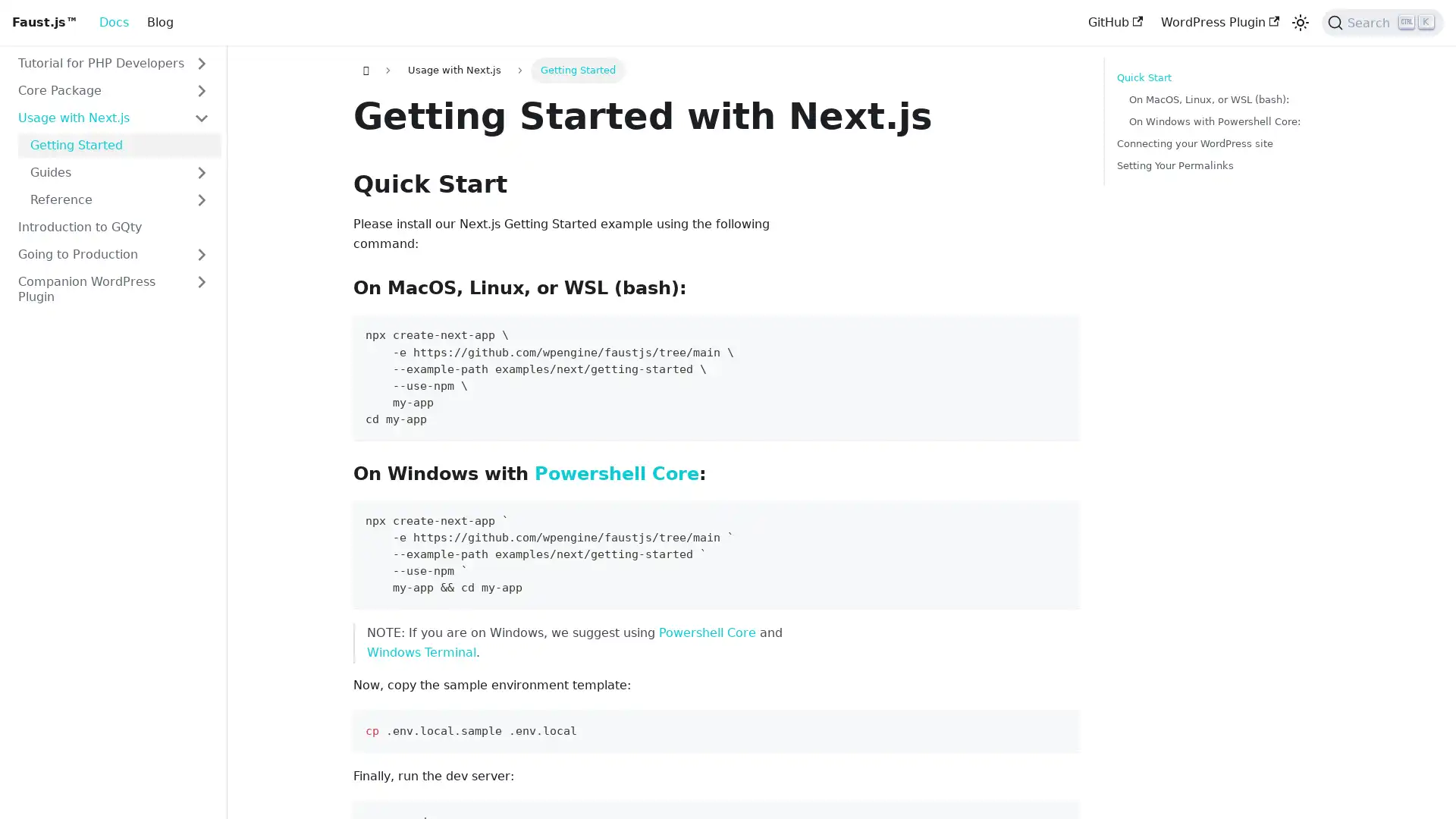  Describe the element at coordinates (1060, 332) in the screenshot. I see `Copy code to clipboard` at that location.